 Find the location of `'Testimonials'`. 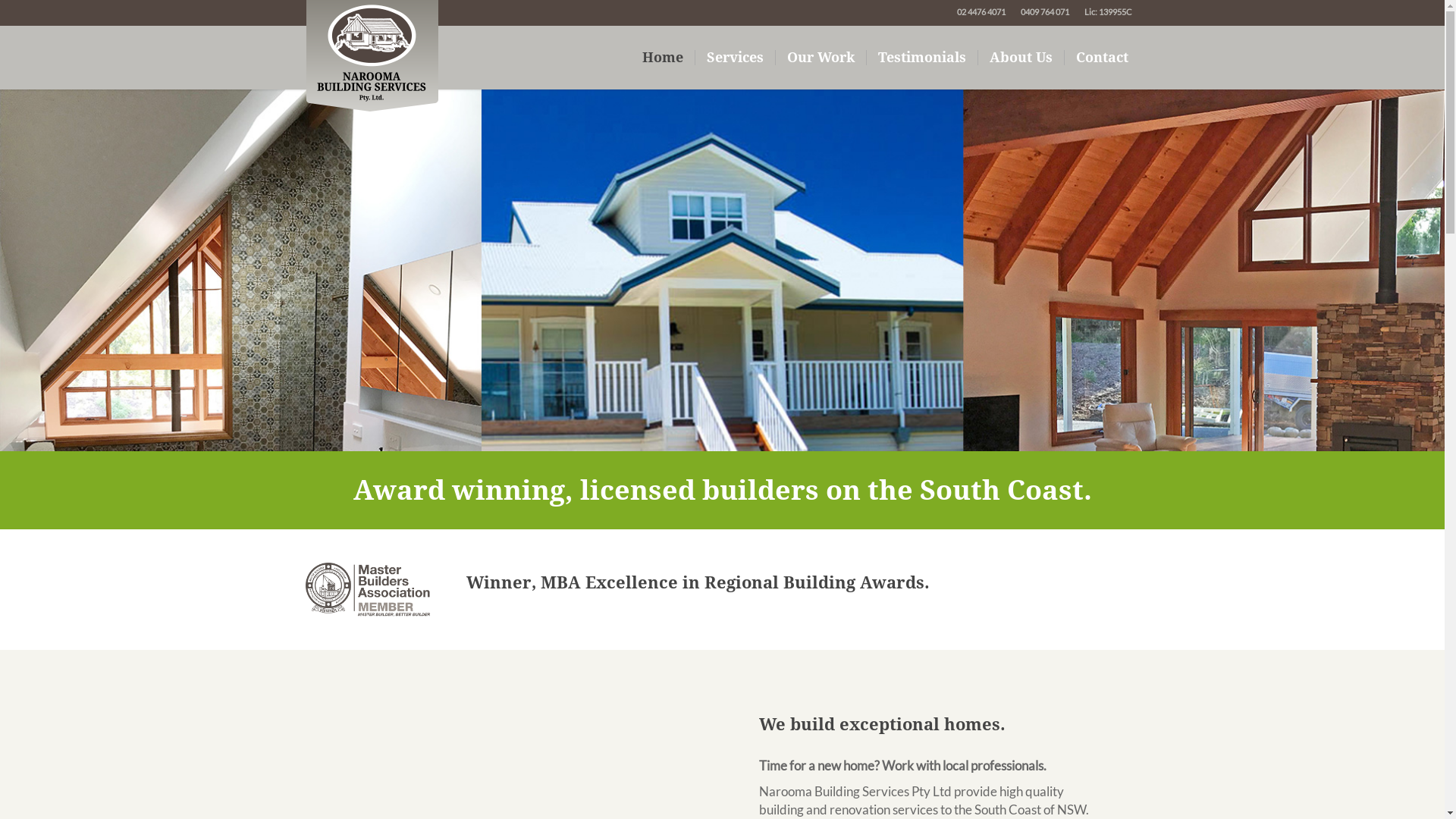

'Testimonials' is located at coordinates (866, 57).